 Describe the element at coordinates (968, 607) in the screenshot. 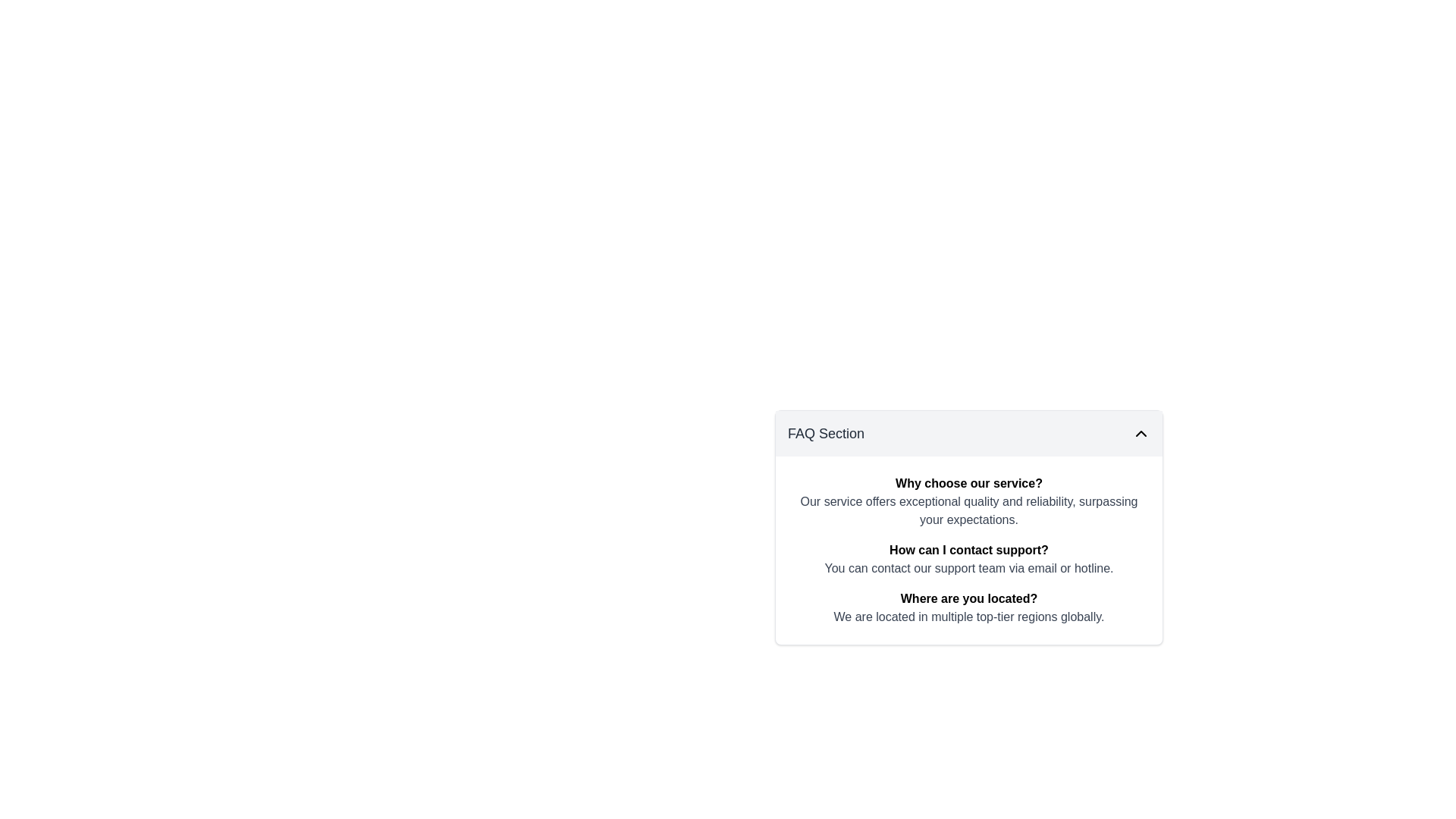

I see `information presented in the Text block that is the third entry listed under the FAQ Section` at that location.